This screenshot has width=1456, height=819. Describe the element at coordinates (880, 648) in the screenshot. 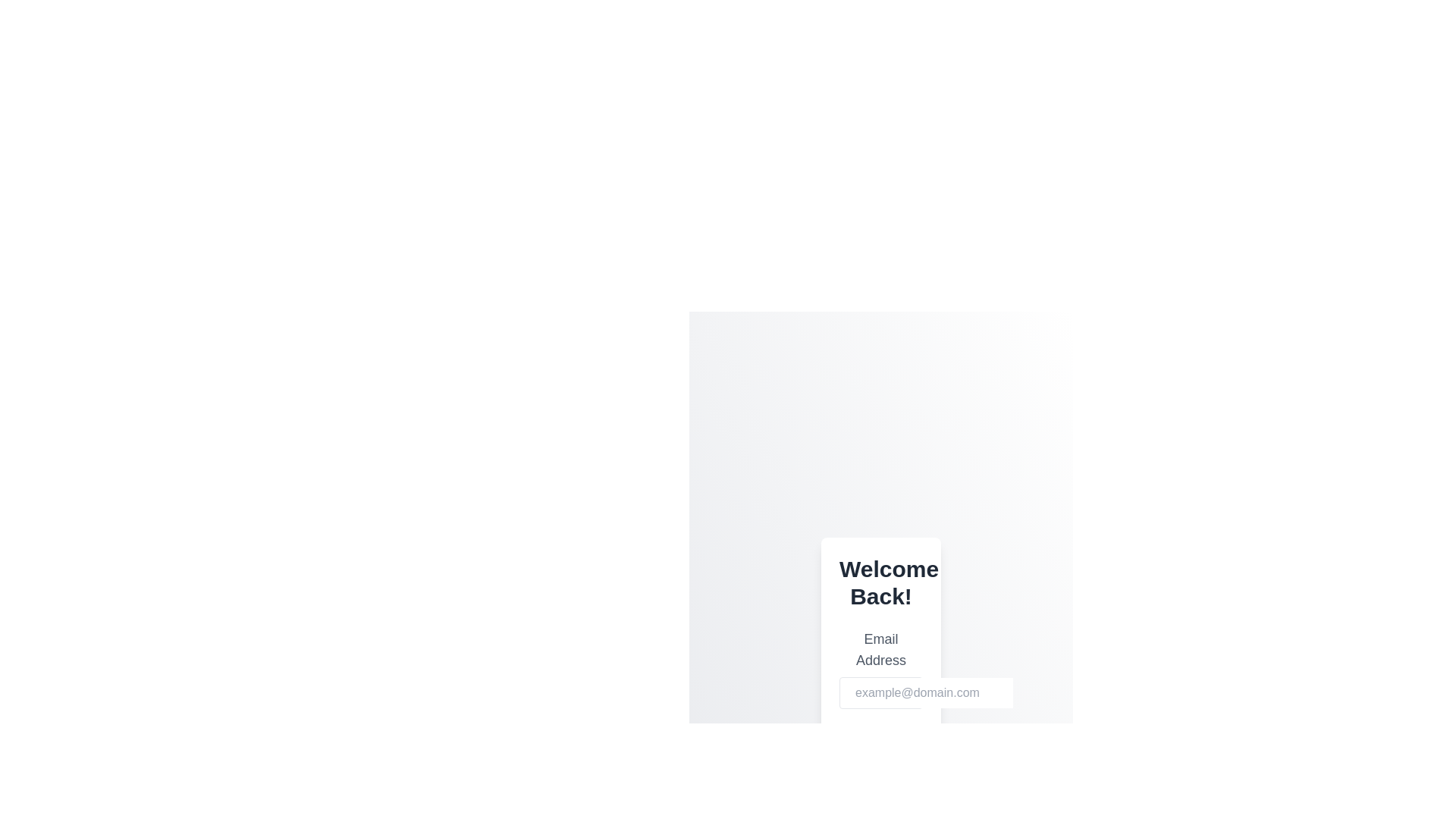

I see `the 'Email Address' text label, which is styled in block format and positioned above the input field` at that location.